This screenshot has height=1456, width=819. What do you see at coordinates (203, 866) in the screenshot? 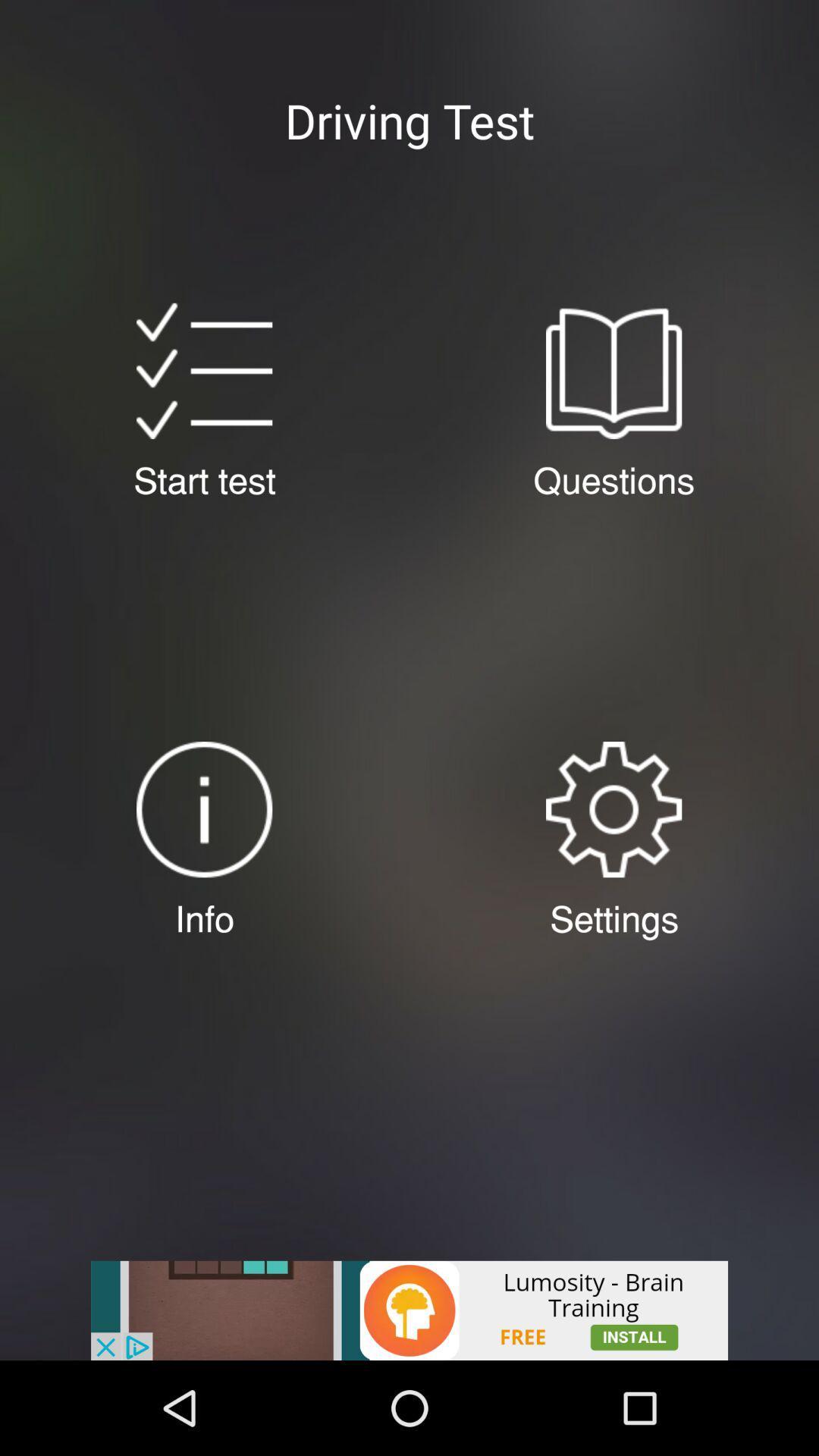
I see `the info icon` at bounding box center [203, 866].